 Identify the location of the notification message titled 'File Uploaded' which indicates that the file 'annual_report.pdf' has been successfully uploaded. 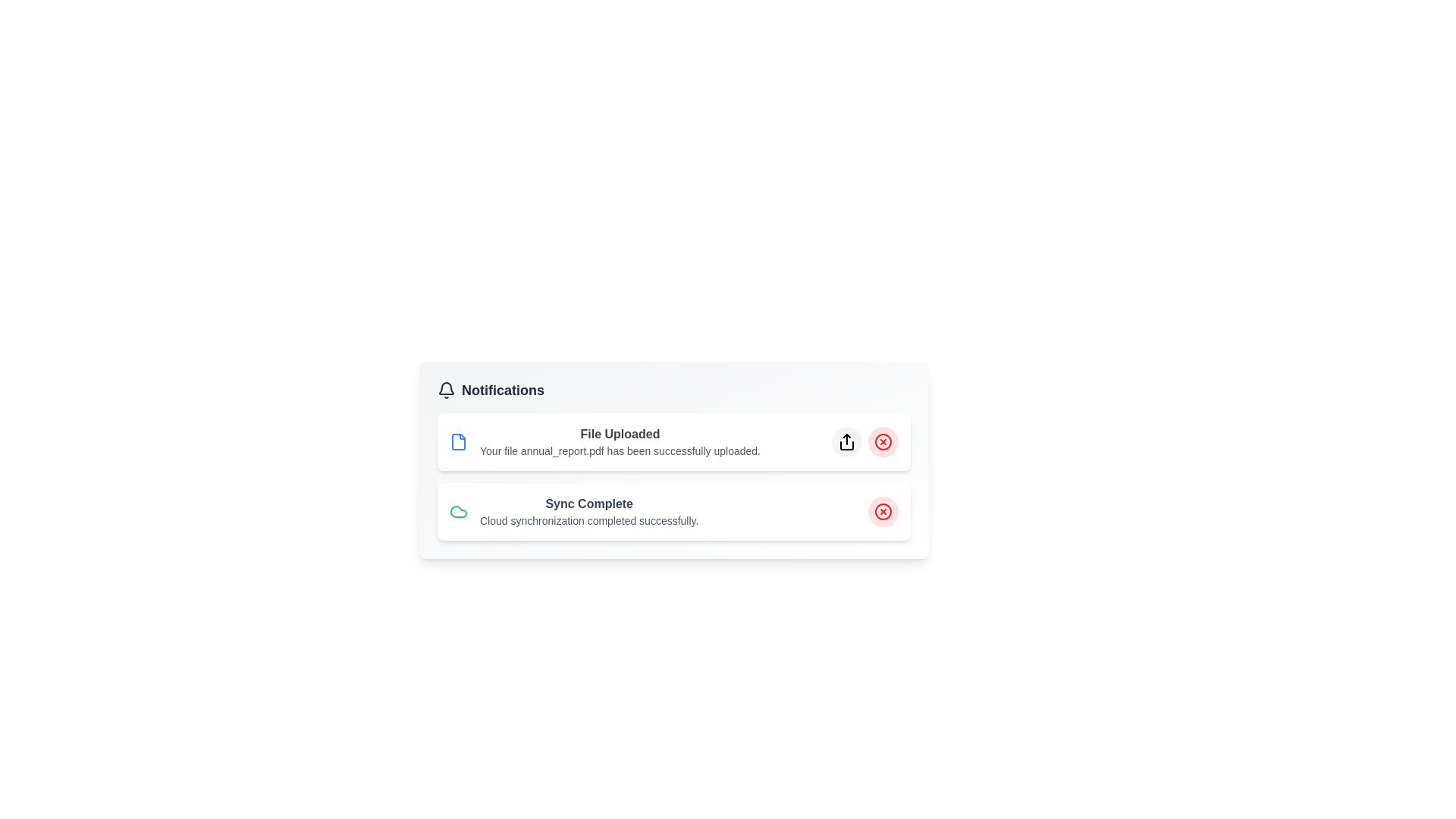
(620, 441).